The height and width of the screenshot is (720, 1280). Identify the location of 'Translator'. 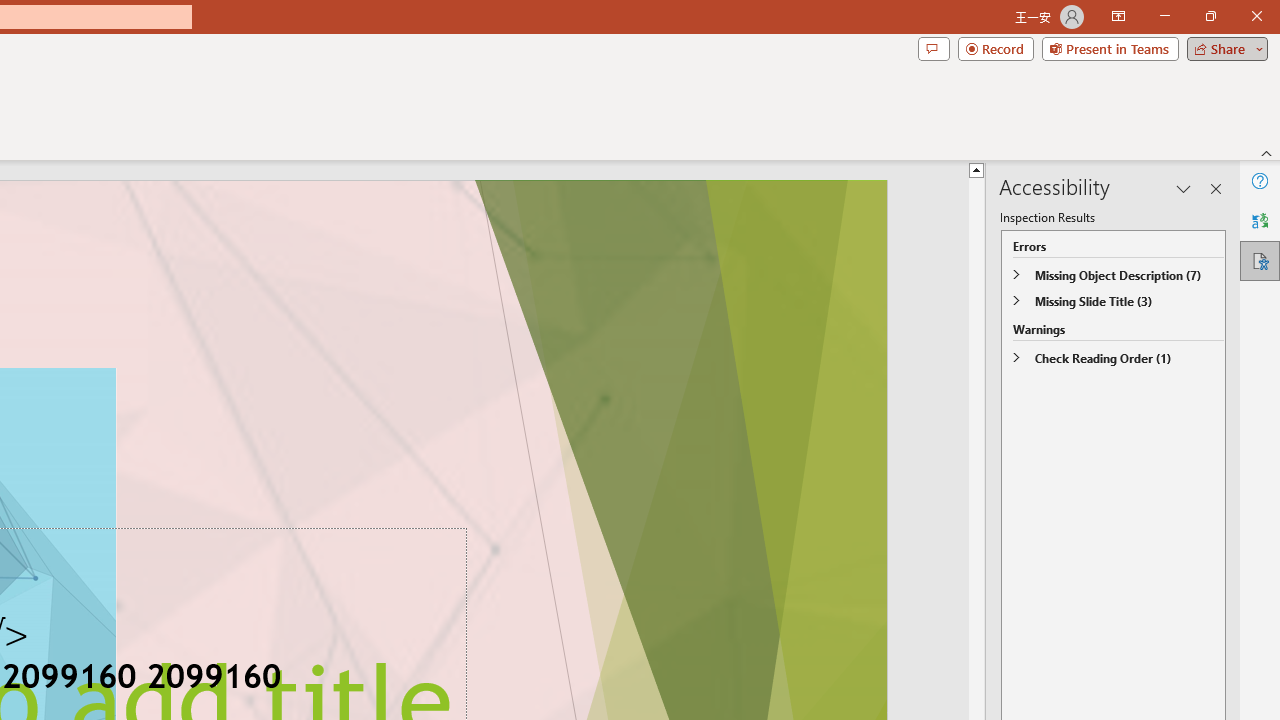
(1259, 221).